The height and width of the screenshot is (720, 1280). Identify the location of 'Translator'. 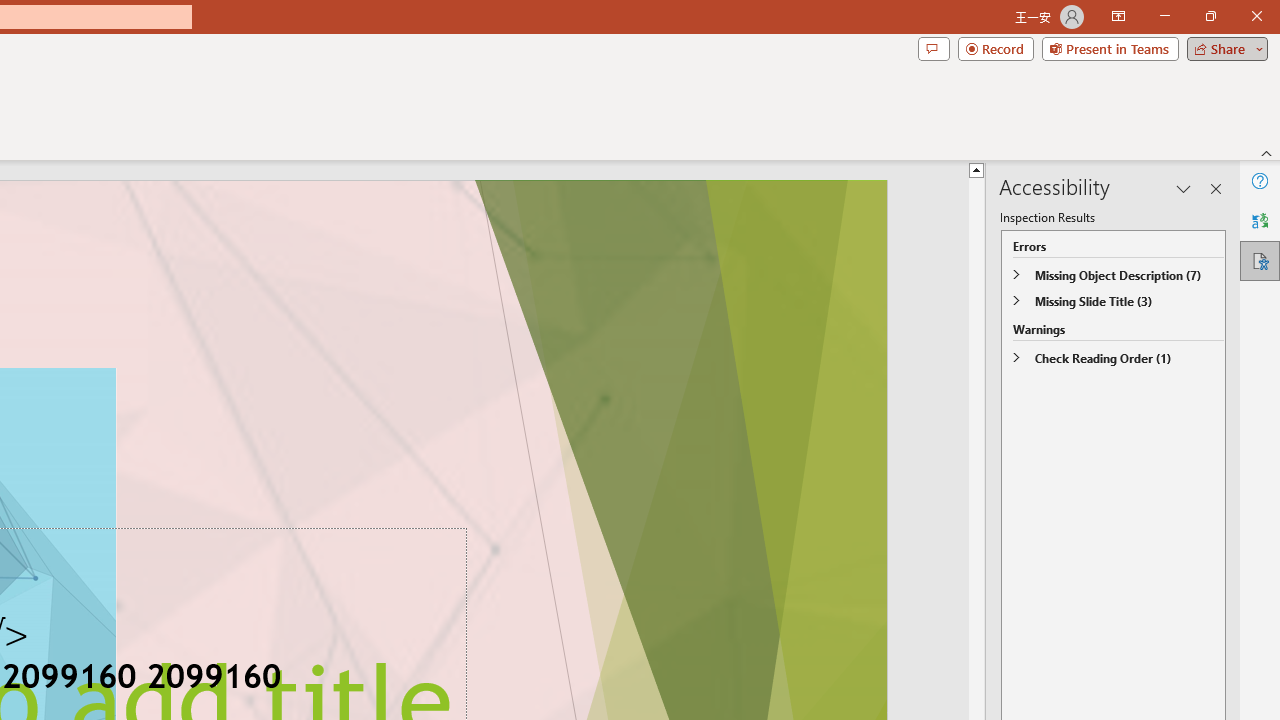
(1259, 221).